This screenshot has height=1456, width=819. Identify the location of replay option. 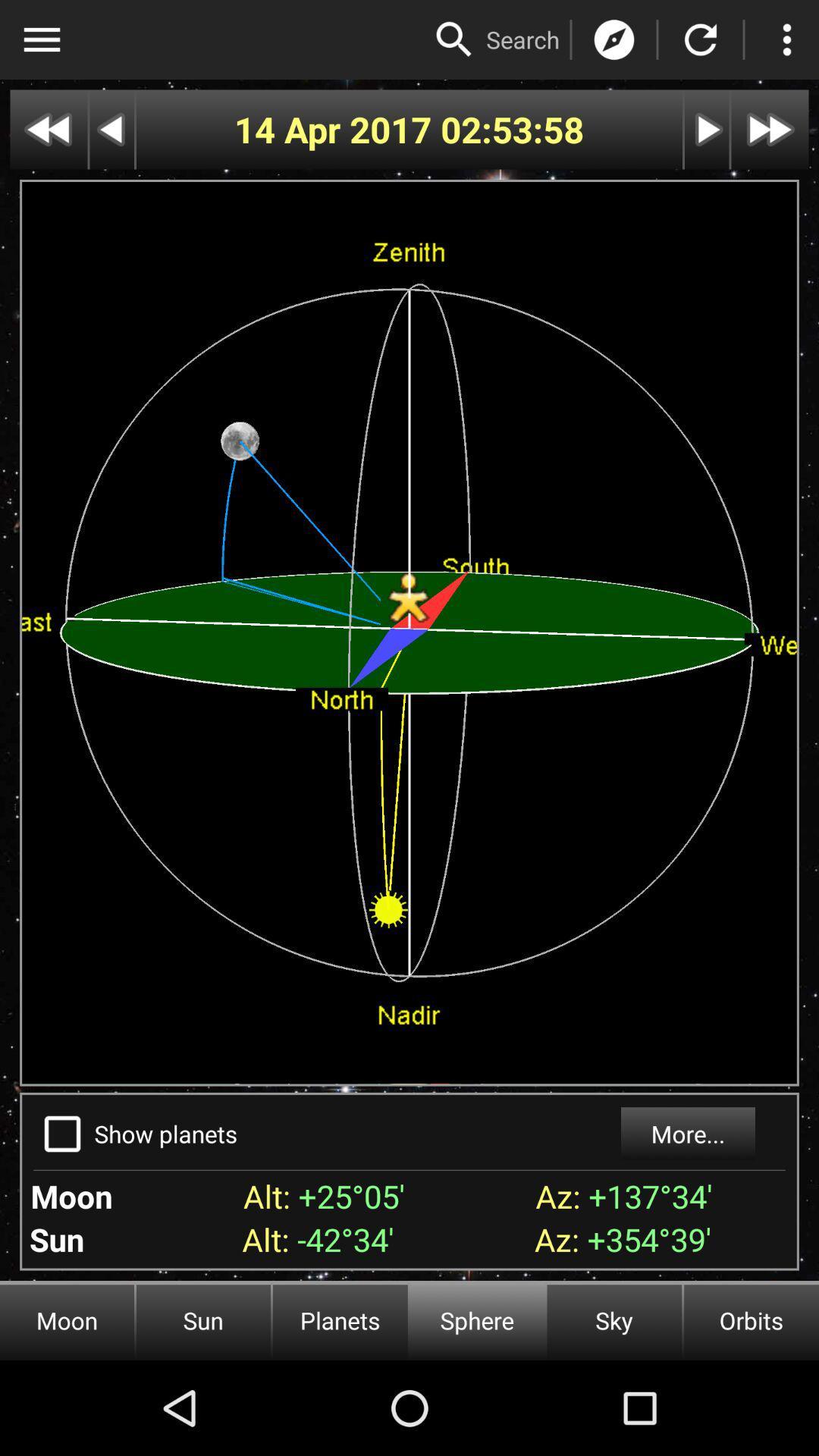
(701, 39).